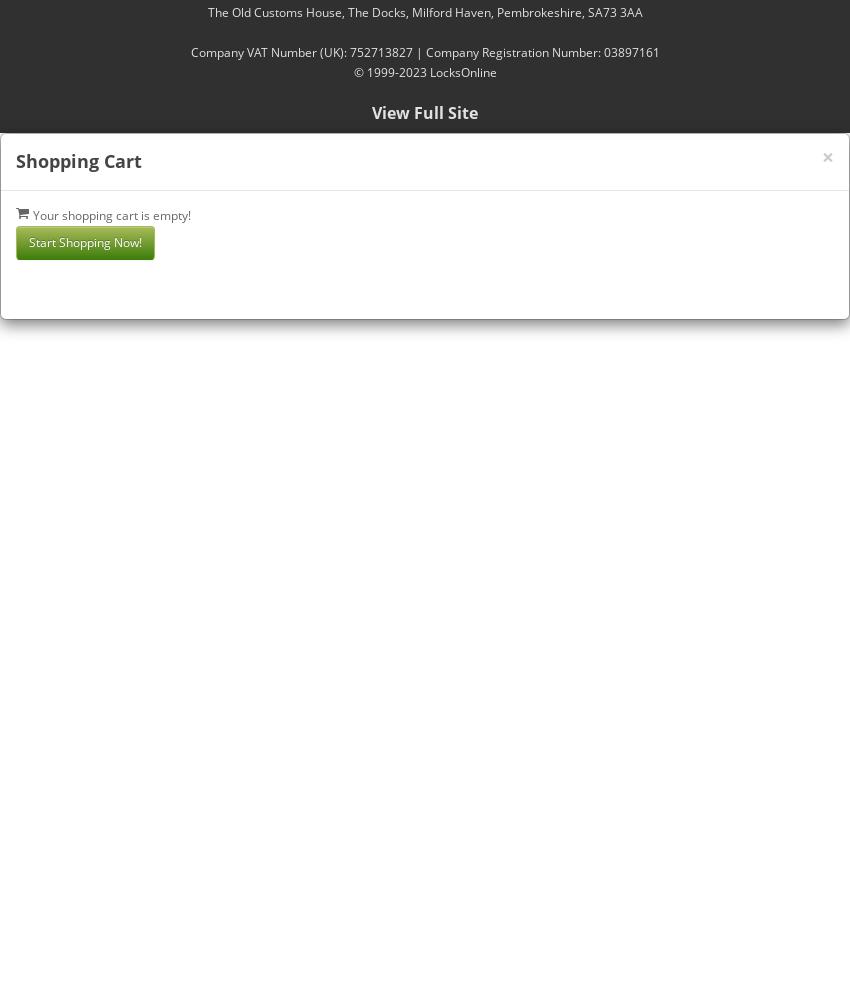 The image size is (850, 1000). Describe the element at coordinates (352, 71) in the screenshot. I see `'© 1999-2023 LocksOnline'` at that location.